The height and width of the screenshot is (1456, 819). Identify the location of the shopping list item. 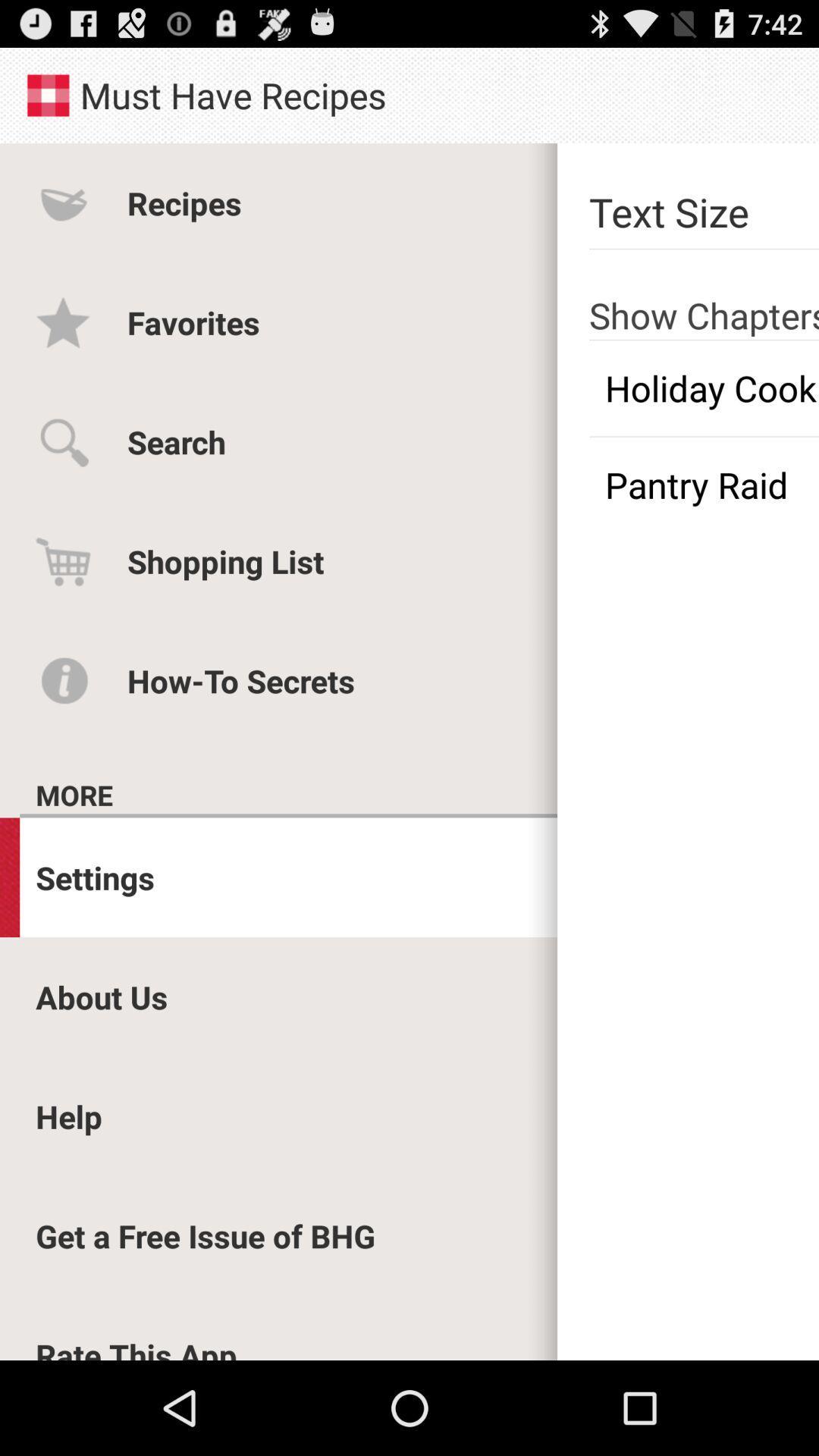
(225, 560).